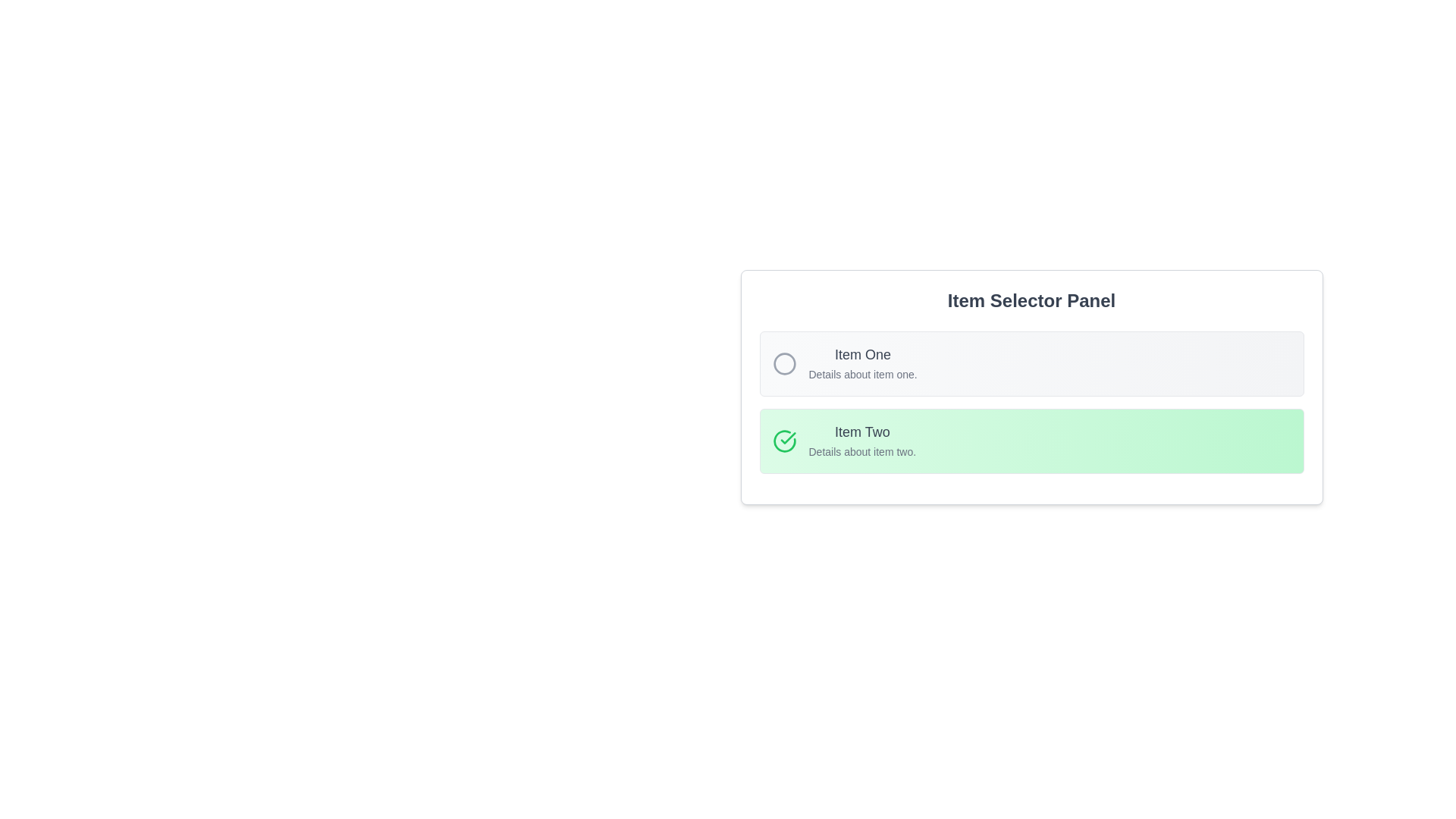 Image resolution: width=1456 pixels, height=819 pixels. Describe the element at coordinates (862, 441) in the screenshot. I see `the keyboard navigation on the text display block that shows details about 'Item Two' in the list of the 'Item Selector Panel'` at that location.